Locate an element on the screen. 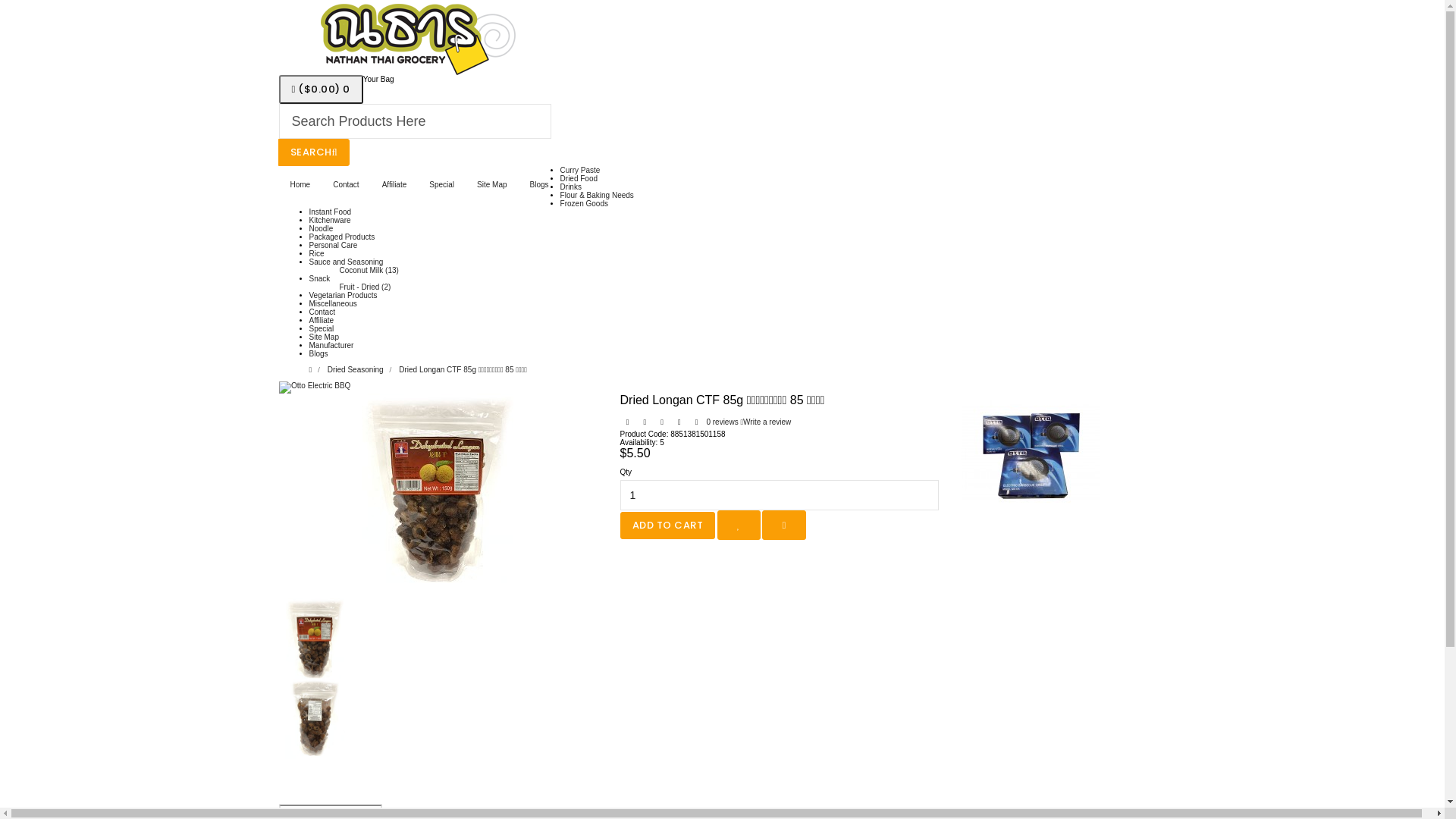 The width and height of the screenshot is (1456, 819). 'Contact' is located at coordinates (320, 184).